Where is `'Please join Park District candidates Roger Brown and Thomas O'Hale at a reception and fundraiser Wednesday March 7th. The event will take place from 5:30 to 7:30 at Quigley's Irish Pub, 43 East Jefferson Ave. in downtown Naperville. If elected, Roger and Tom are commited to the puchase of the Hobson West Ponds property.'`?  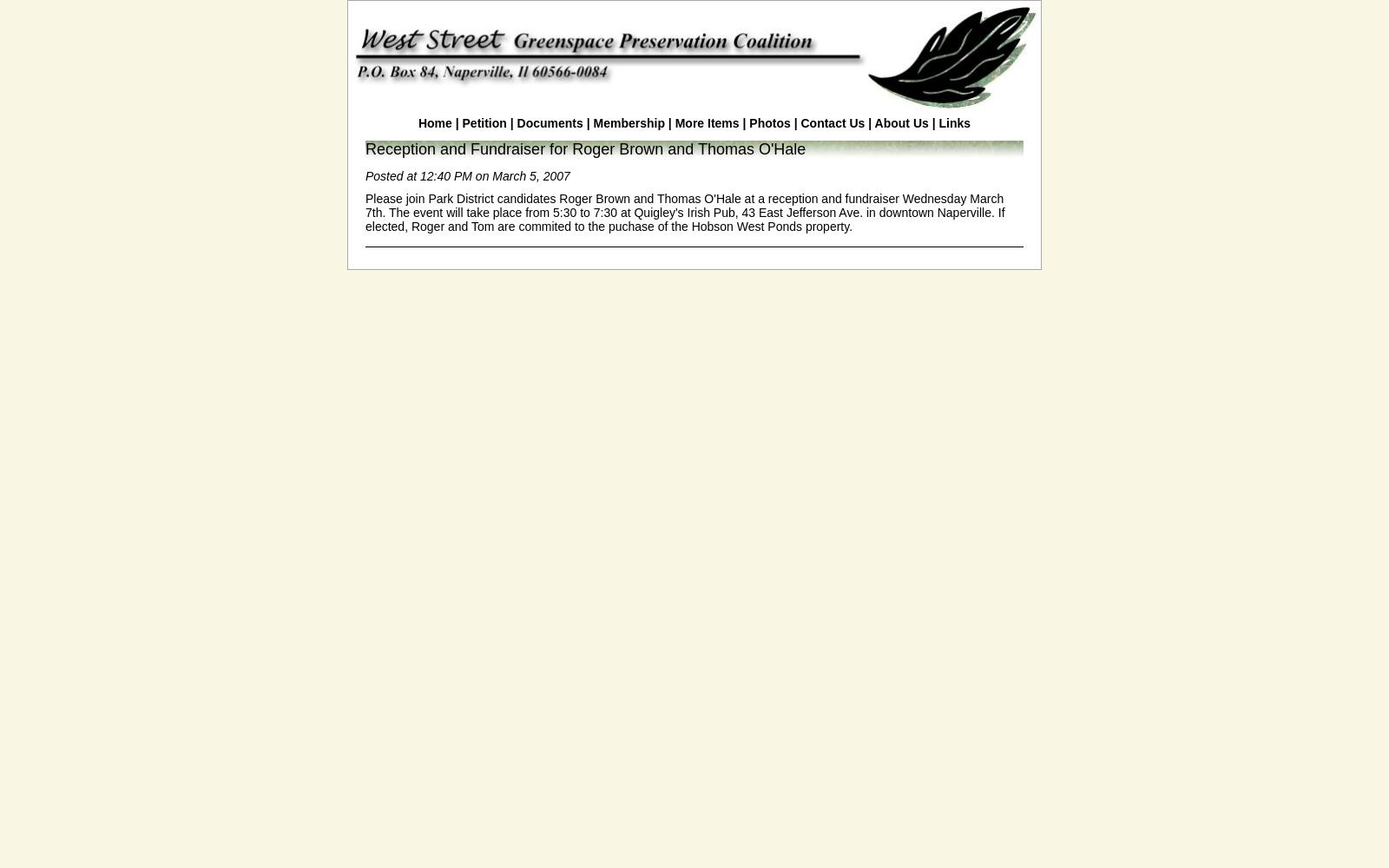 'Please join Park District candidates Roger Brown and Thomas O'Hale at a reception and fundraiser Wednesday March 7th. The event will take place from 5:30 to 7:30 at Quigley's Irish Pub, 43 East Jefferson Ave. in downtown Naperville. If elected, Roger and Tom are commited to the puchase of the Hobson West Ponds property.' is located at coordinates (364, 212).